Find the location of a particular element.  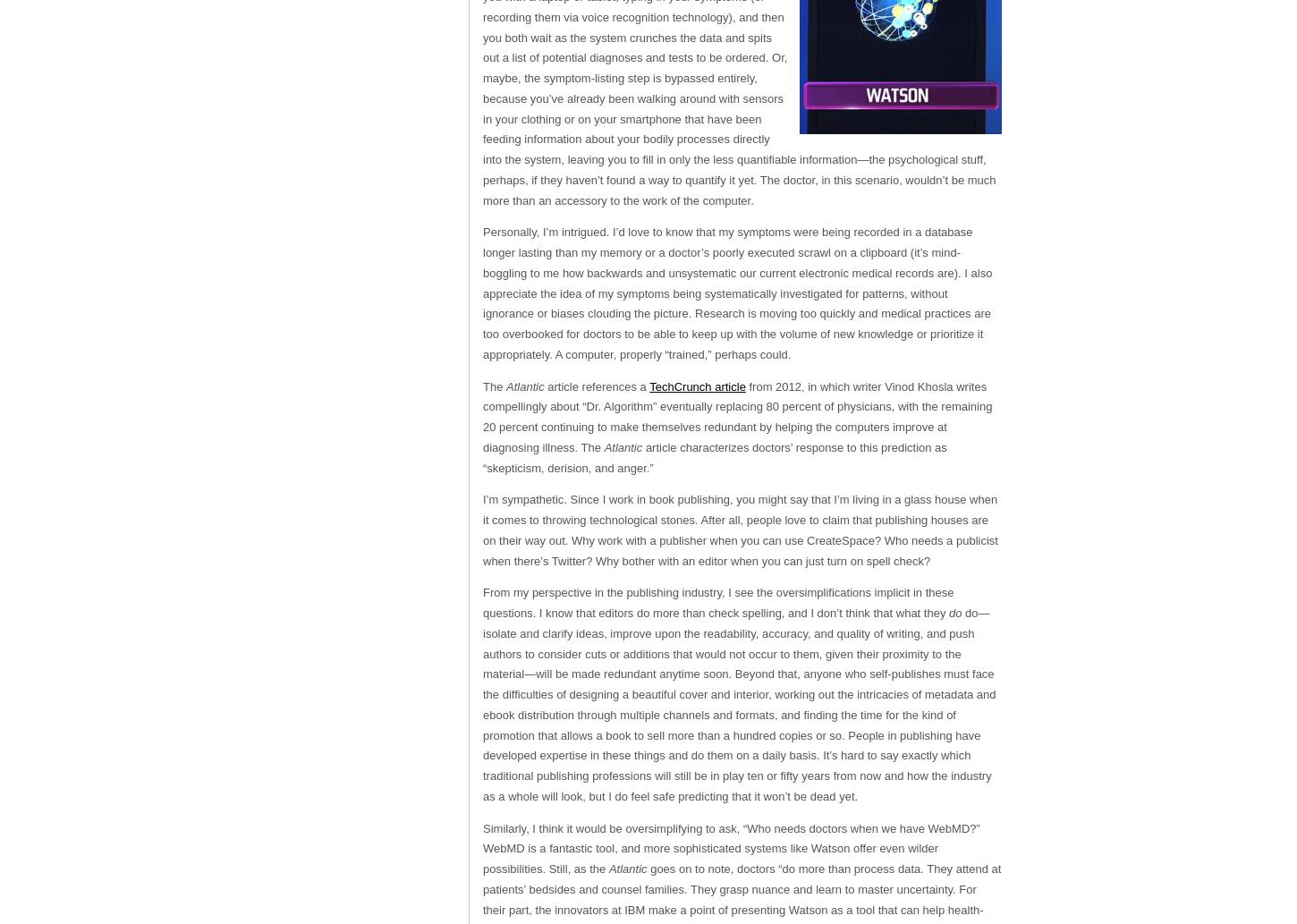

'From my perspective in the publishing industry, I see the oversimplifications implicit in these questions. I know that editors do more than check spelling, and I don’t think that what they' is located at coordinates (482, 602).